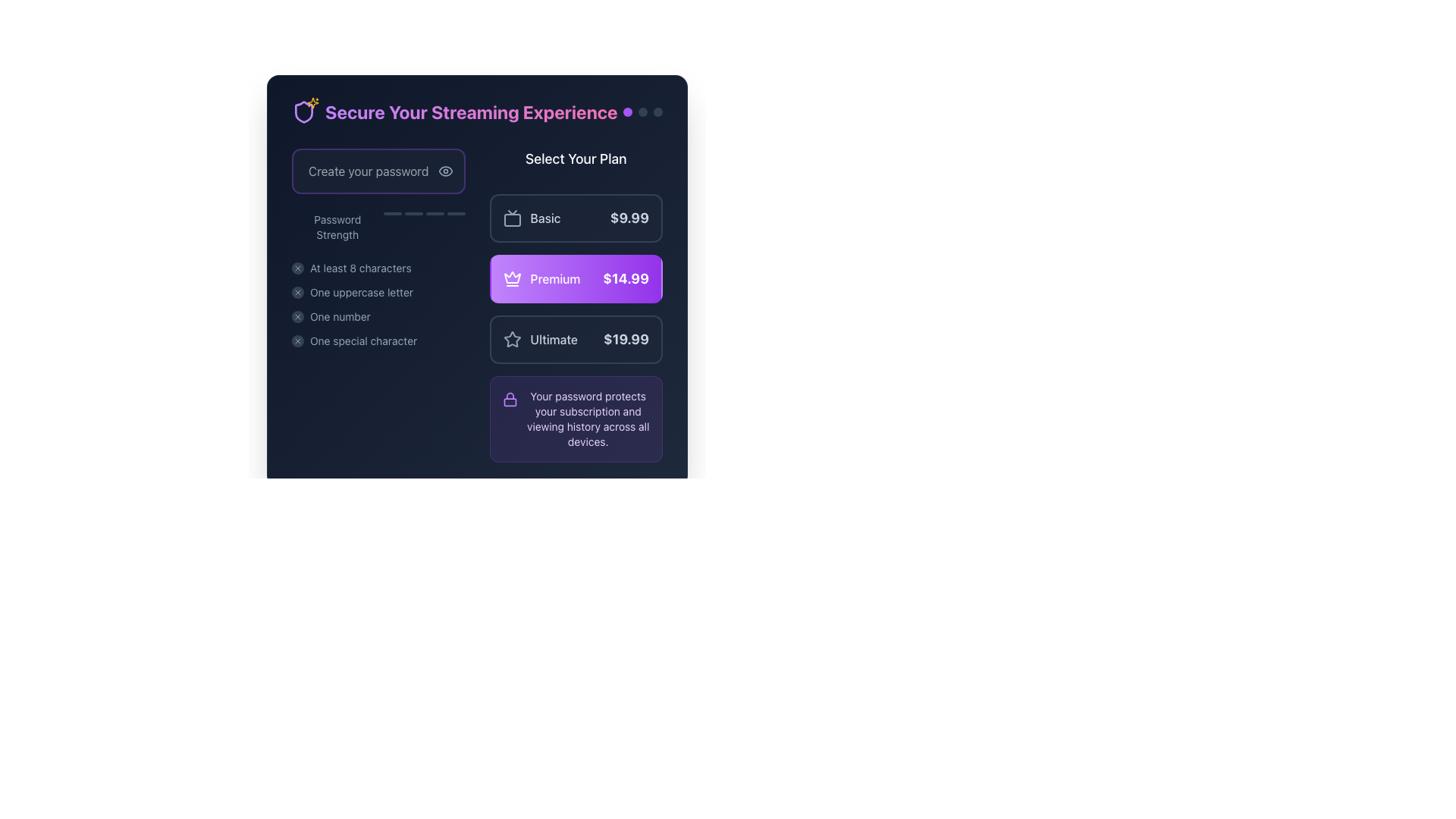  Describe the element at coordinates (298, 341) in the screenshot. I see `the small circular Icon indicator with a dark gray background and a light gray 'X' icon, located on the far left side of the text 'One special character' in the 'Password Strength' section` at that location.